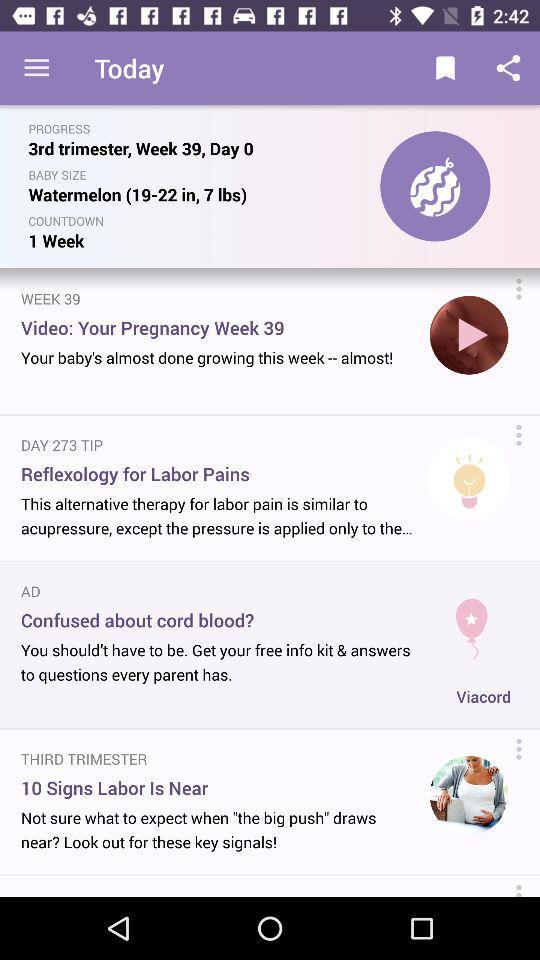 This screenshot has width=540, height=960. What do you see at coordinates (482, 696) in the screenshot?
I see `the viacord icon` at bounding box center [482, 696].